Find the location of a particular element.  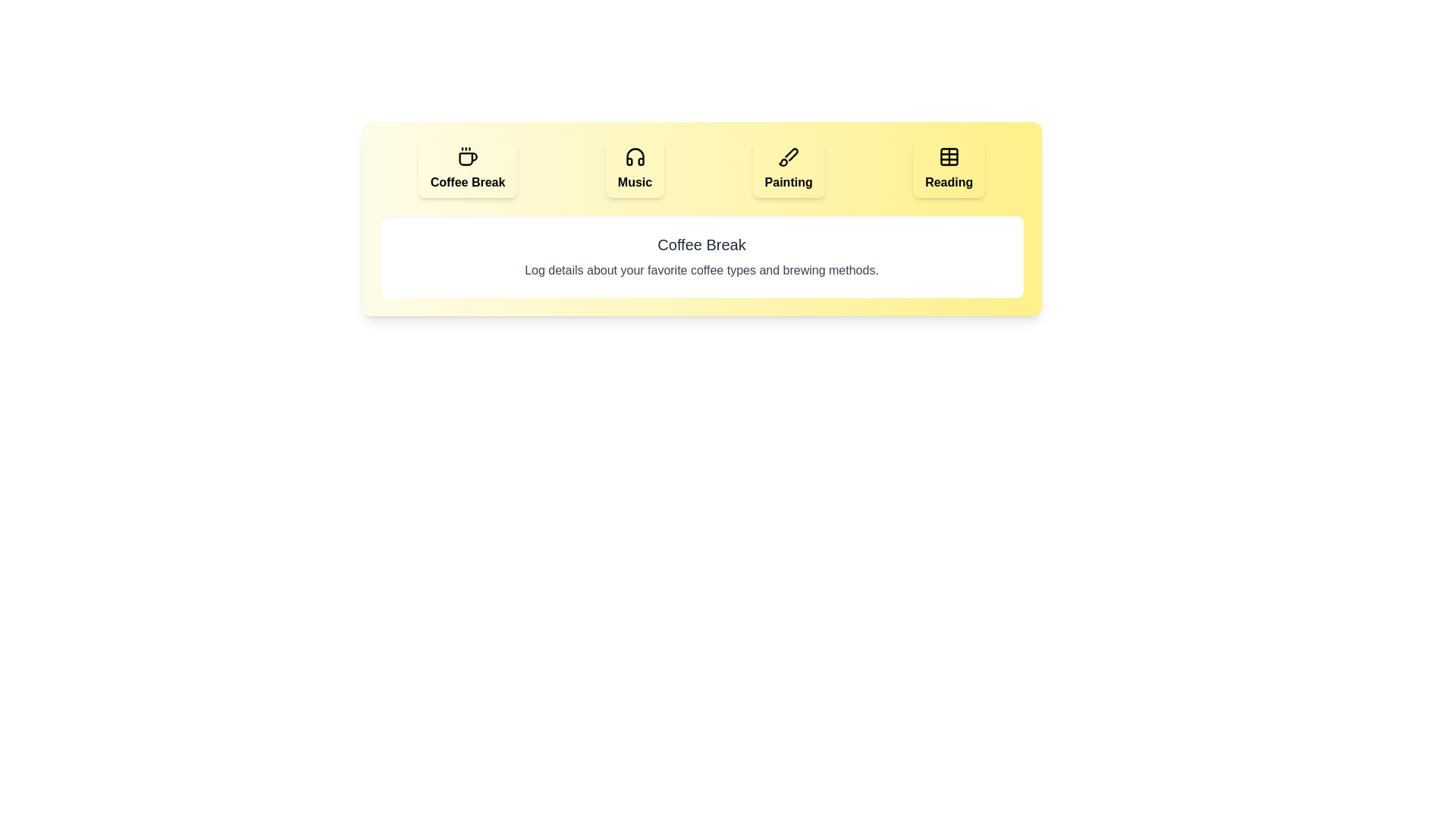

the Music activity icon represented by the band of a headphone illustration, located in the second position from the left in a row of icons on a yellow background is located at coordinates (635, 157).